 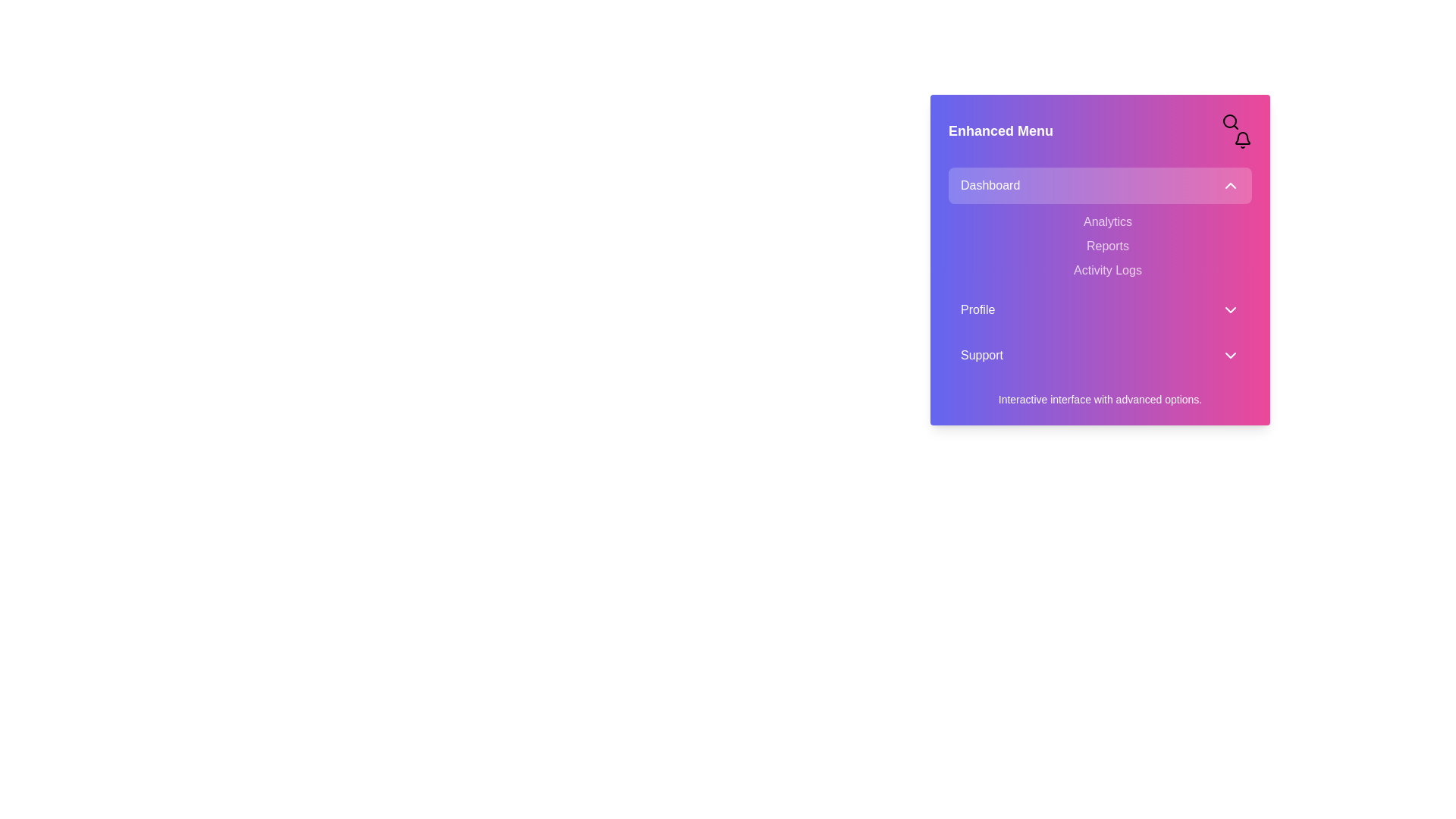 What do you see at coordinates (1107, 222) in the screenshot?
I see `the 'Analytics' text label, which is styled in white with a slightly transparent effect and is the topmost item in a vertical menu list under the 'Dashboard' header` at bounding box center [1107, 222].